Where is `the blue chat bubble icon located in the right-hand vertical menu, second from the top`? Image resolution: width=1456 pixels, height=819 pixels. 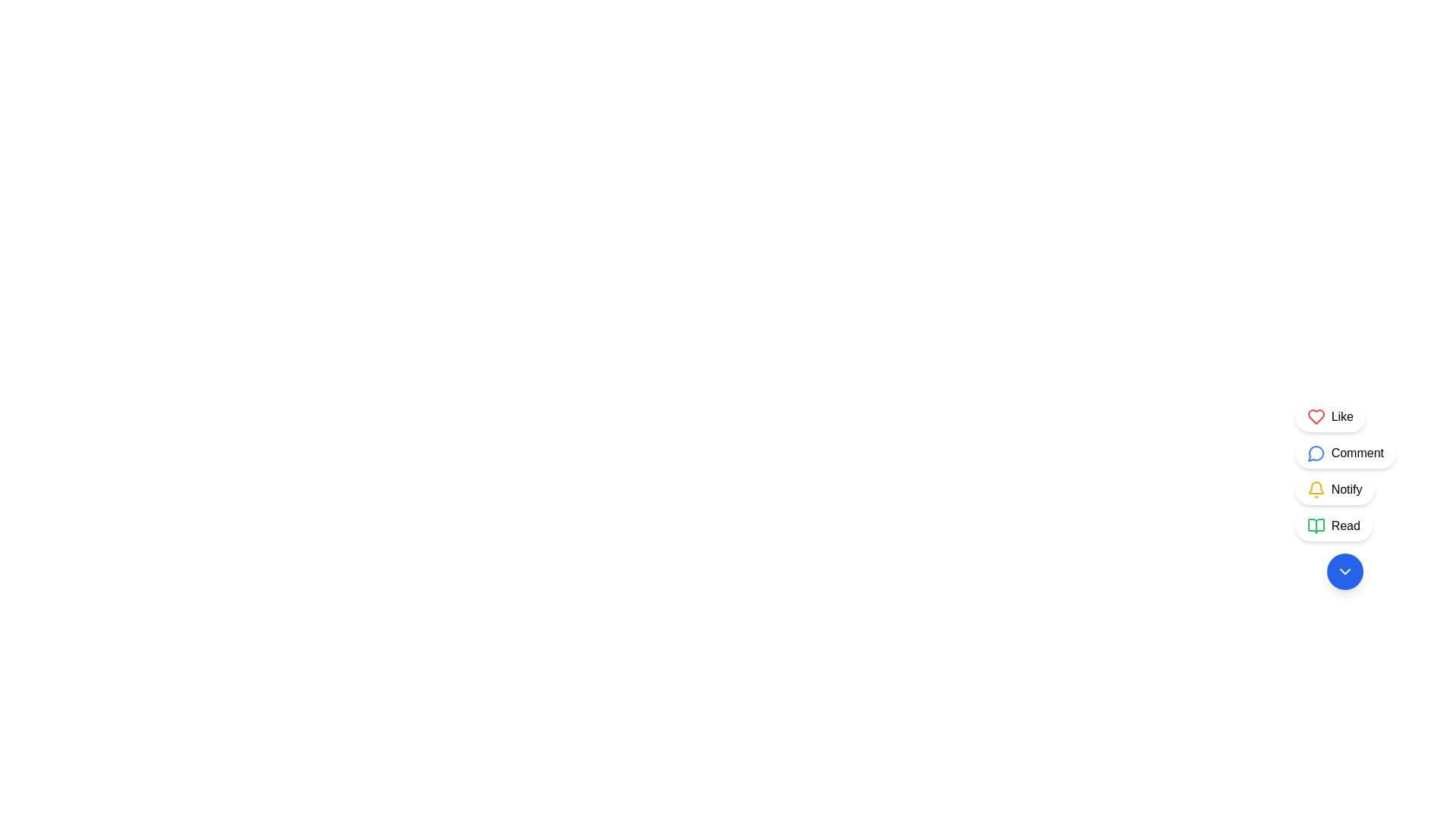 the blue chat bubble icon located in the right-hand vertical menu, second from the top is located at coordinates (1315, 453).